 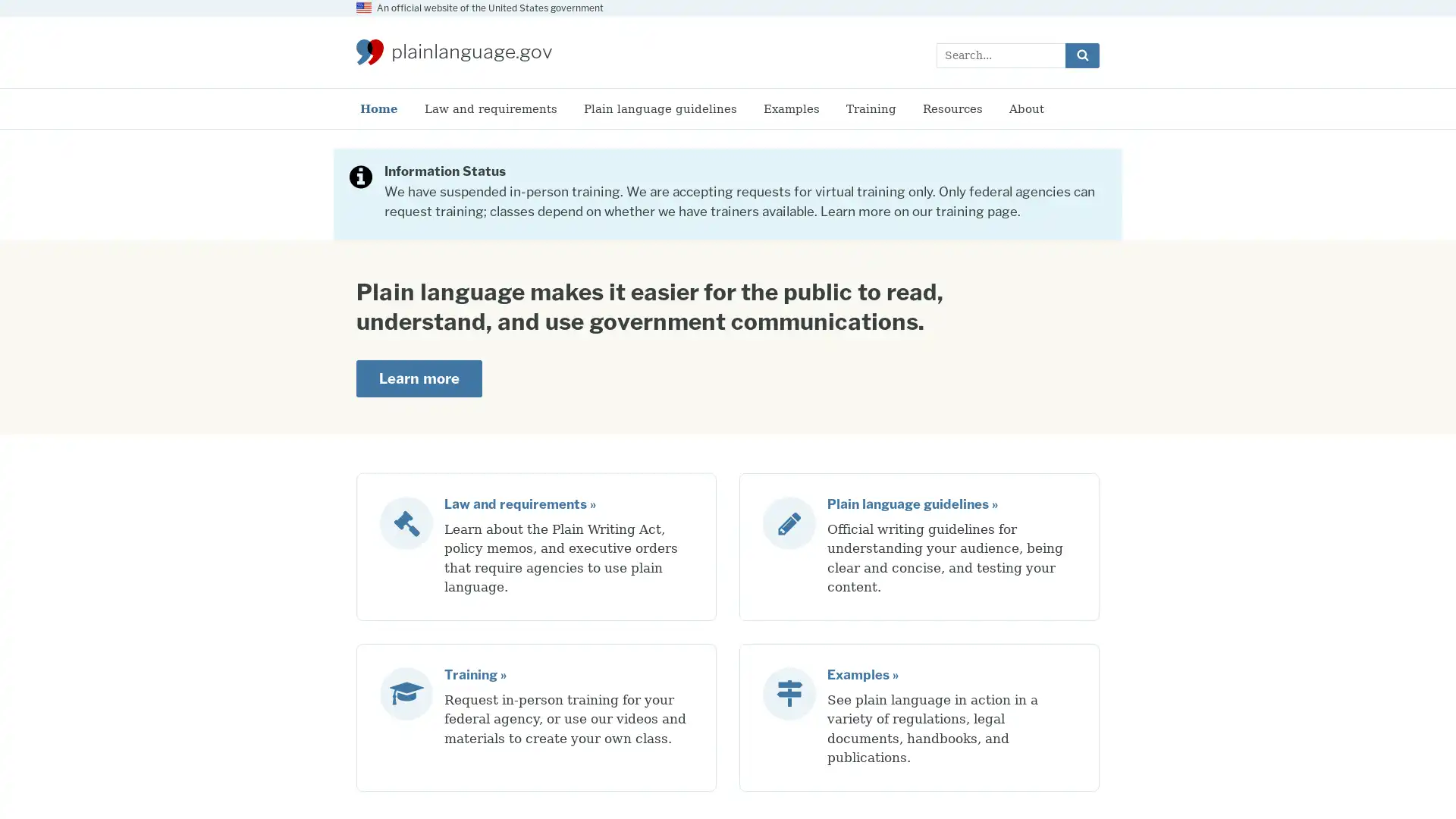 What do you see at coordinates (1081, 54) in the screenshot?
I see `Search` at bounding box center [1081, 54].